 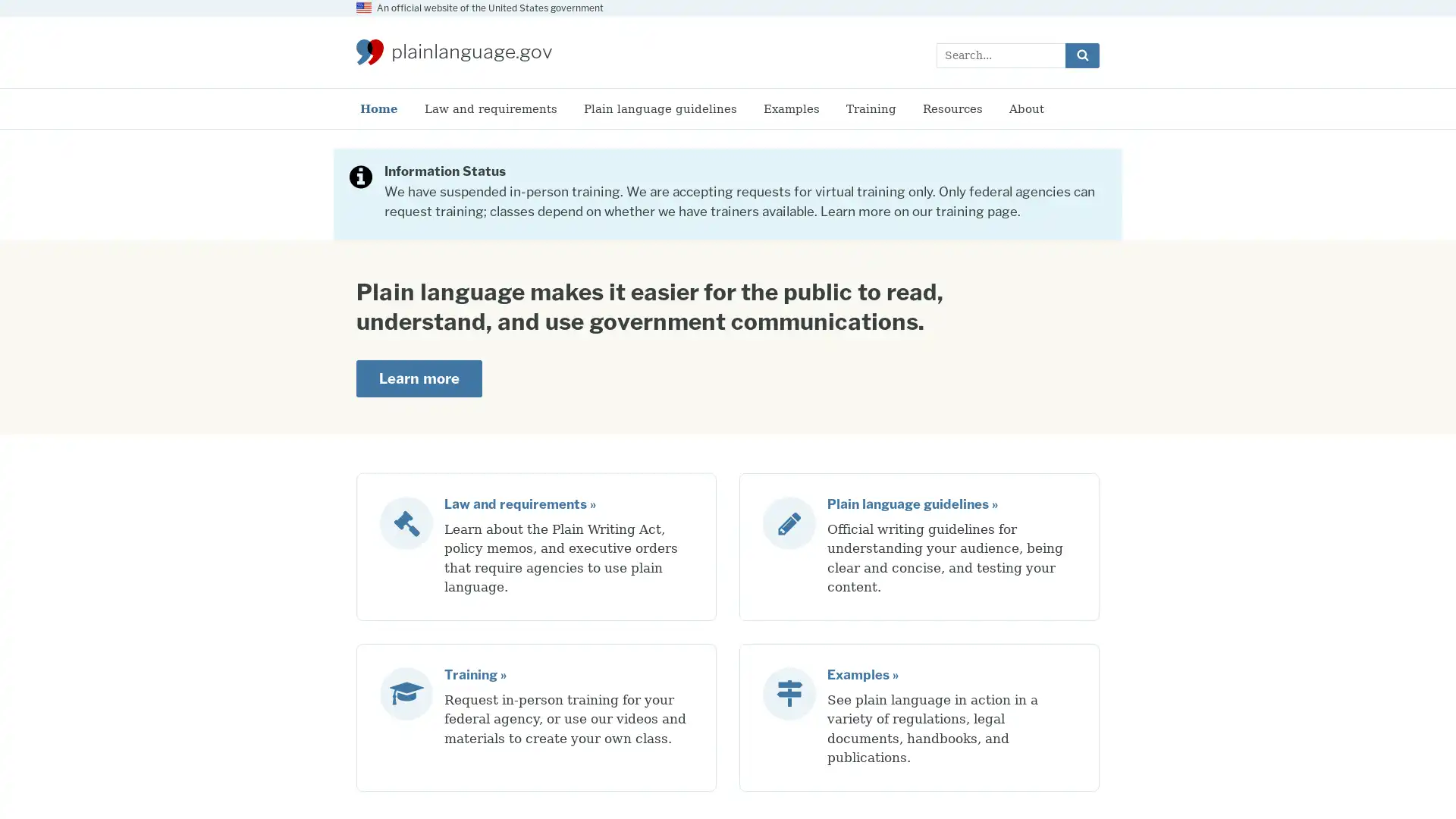 What do you see at coordinates (1081, 54) in the screenshot?
I see `Search` at bounding box center [1081, 54].